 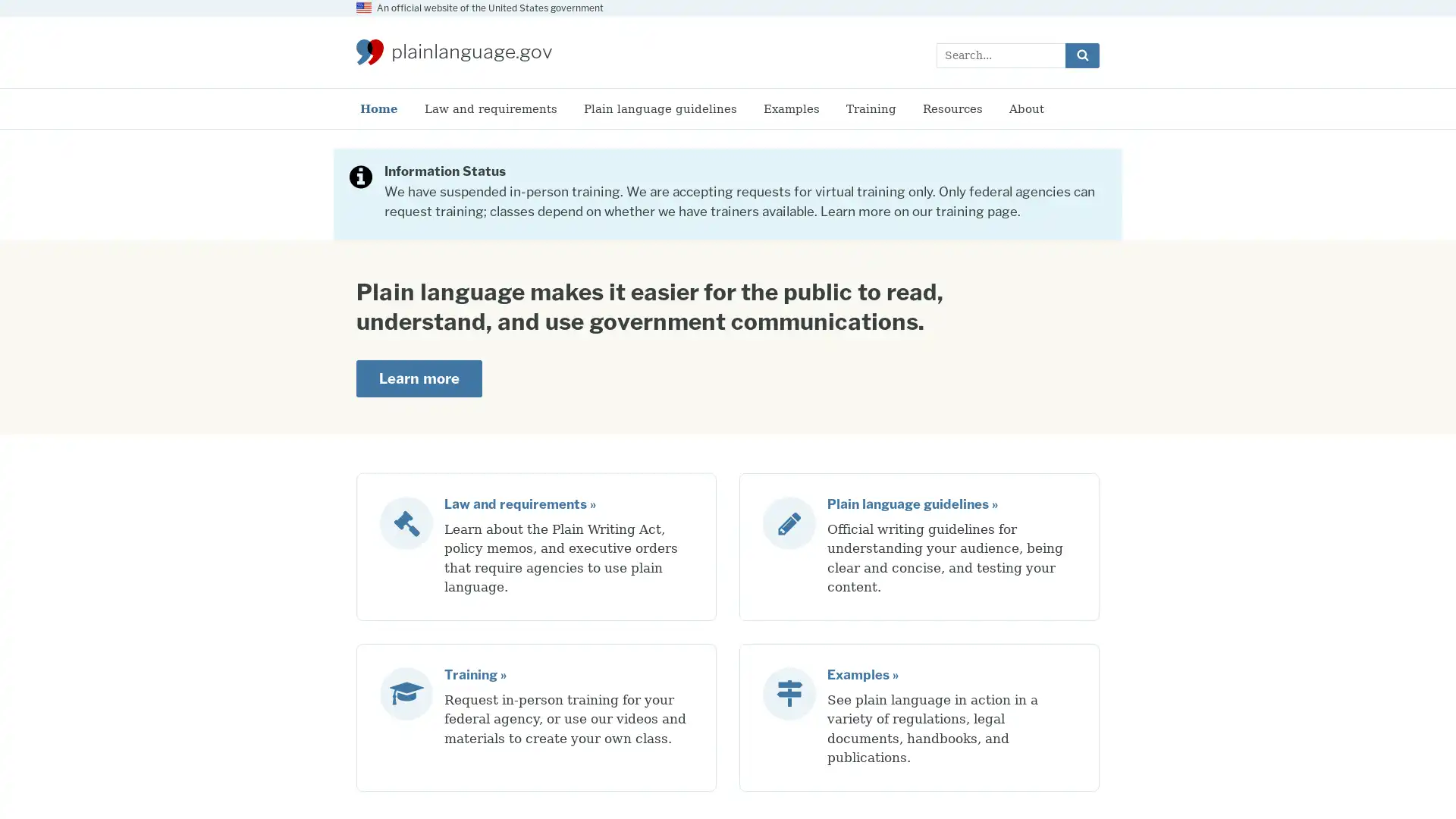 What do you see at coordinates (1081, 54) in the screenshot?
I see `Search` at bounding box center [1081, 54].